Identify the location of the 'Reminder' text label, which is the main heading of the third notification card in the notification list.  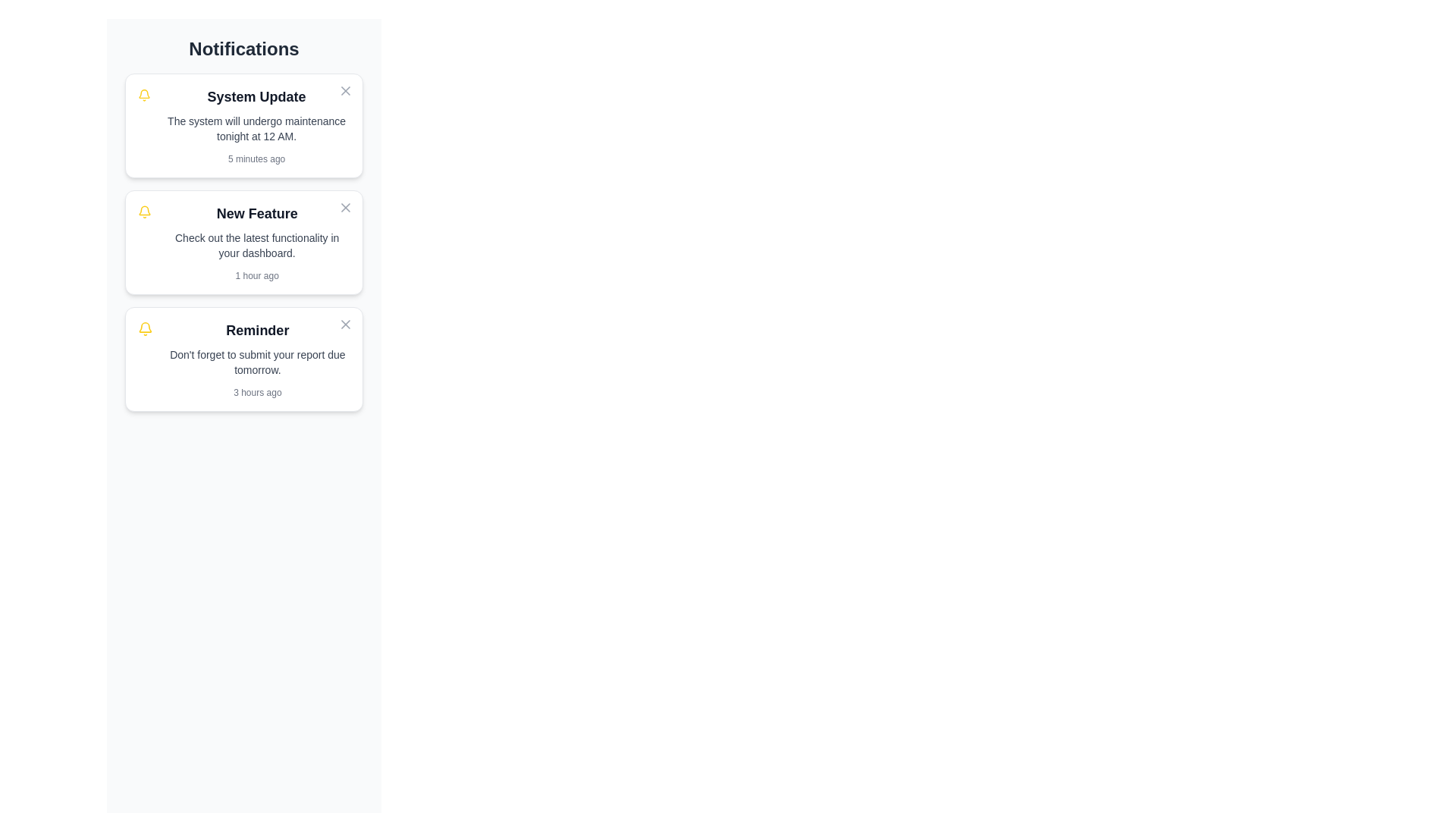
(257, 329).